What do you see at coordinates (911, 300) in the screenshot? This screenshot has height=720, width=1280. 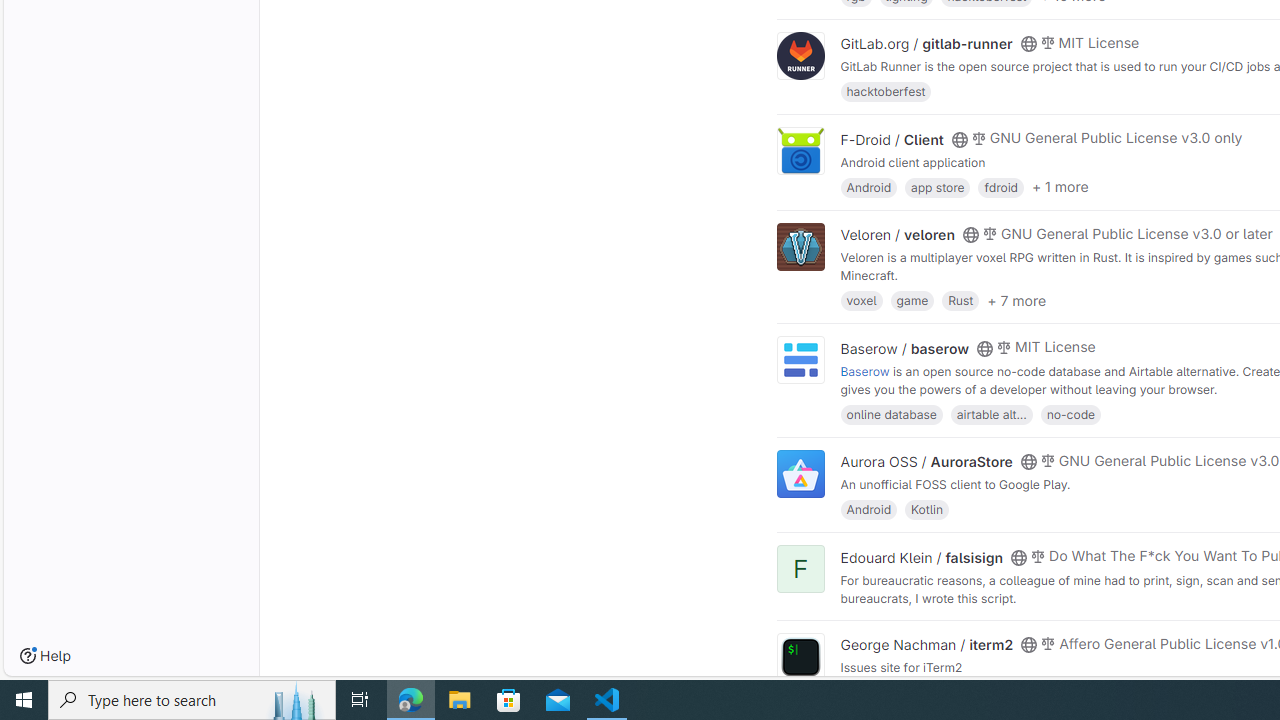 I see `'game'` at bounding box center [911, 300].